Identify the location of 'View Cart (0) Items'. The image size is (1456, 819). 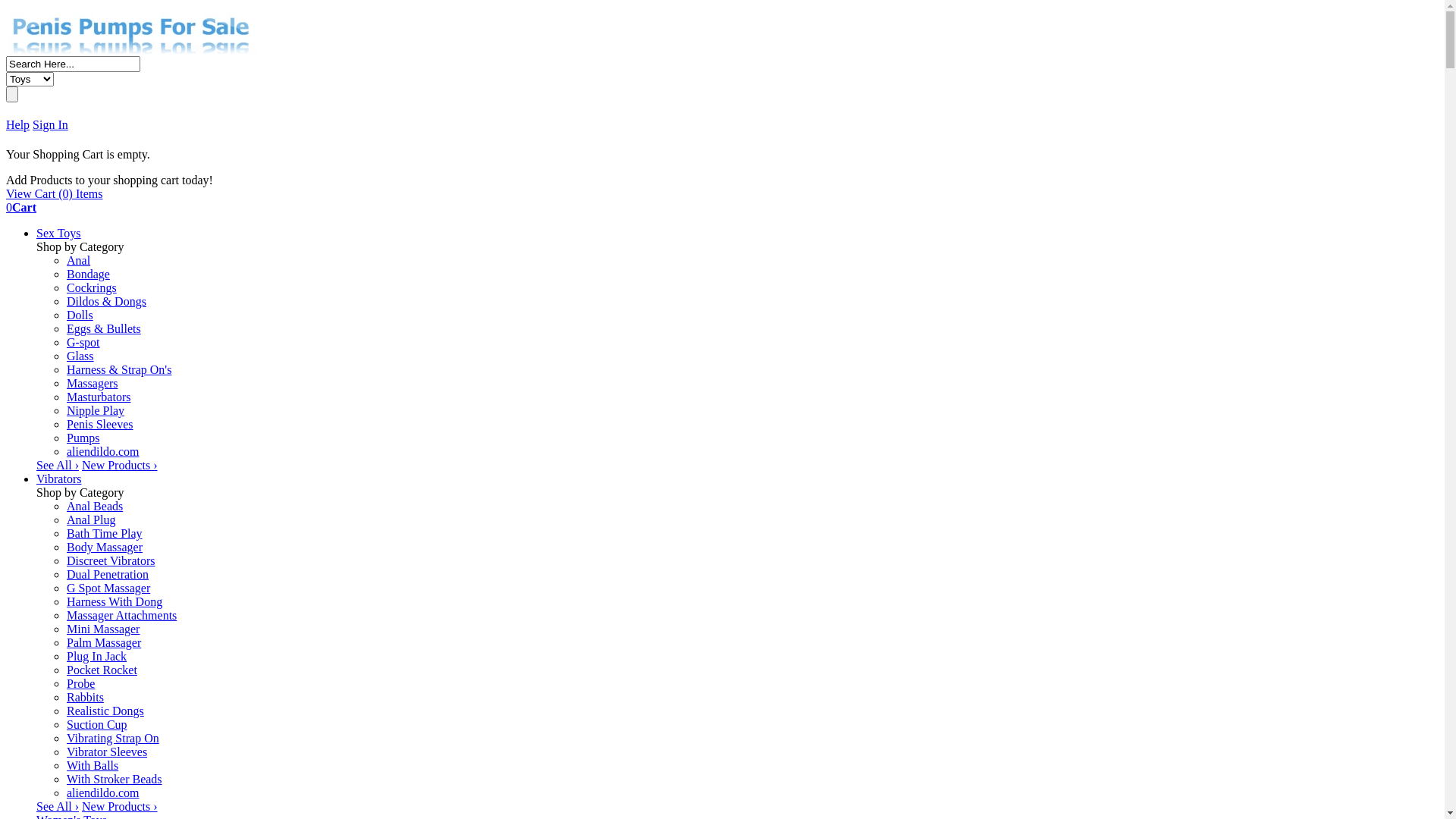
(54, 193).